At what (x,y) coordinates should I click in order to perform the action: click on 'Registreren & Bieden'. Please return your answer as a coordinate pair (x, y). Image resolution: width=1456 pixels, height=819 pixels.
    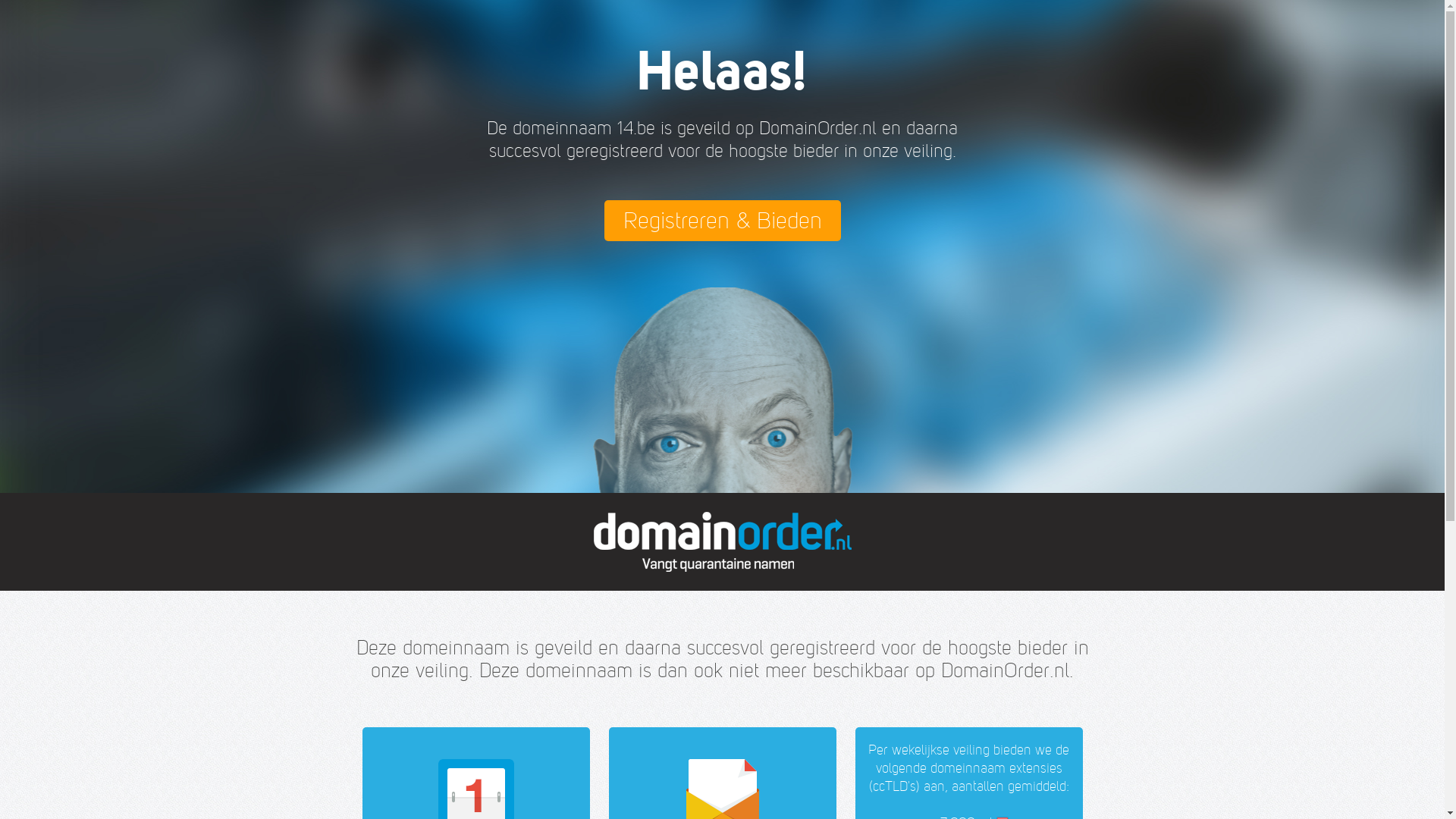
    Looking at the image, I should click on (720, 220).